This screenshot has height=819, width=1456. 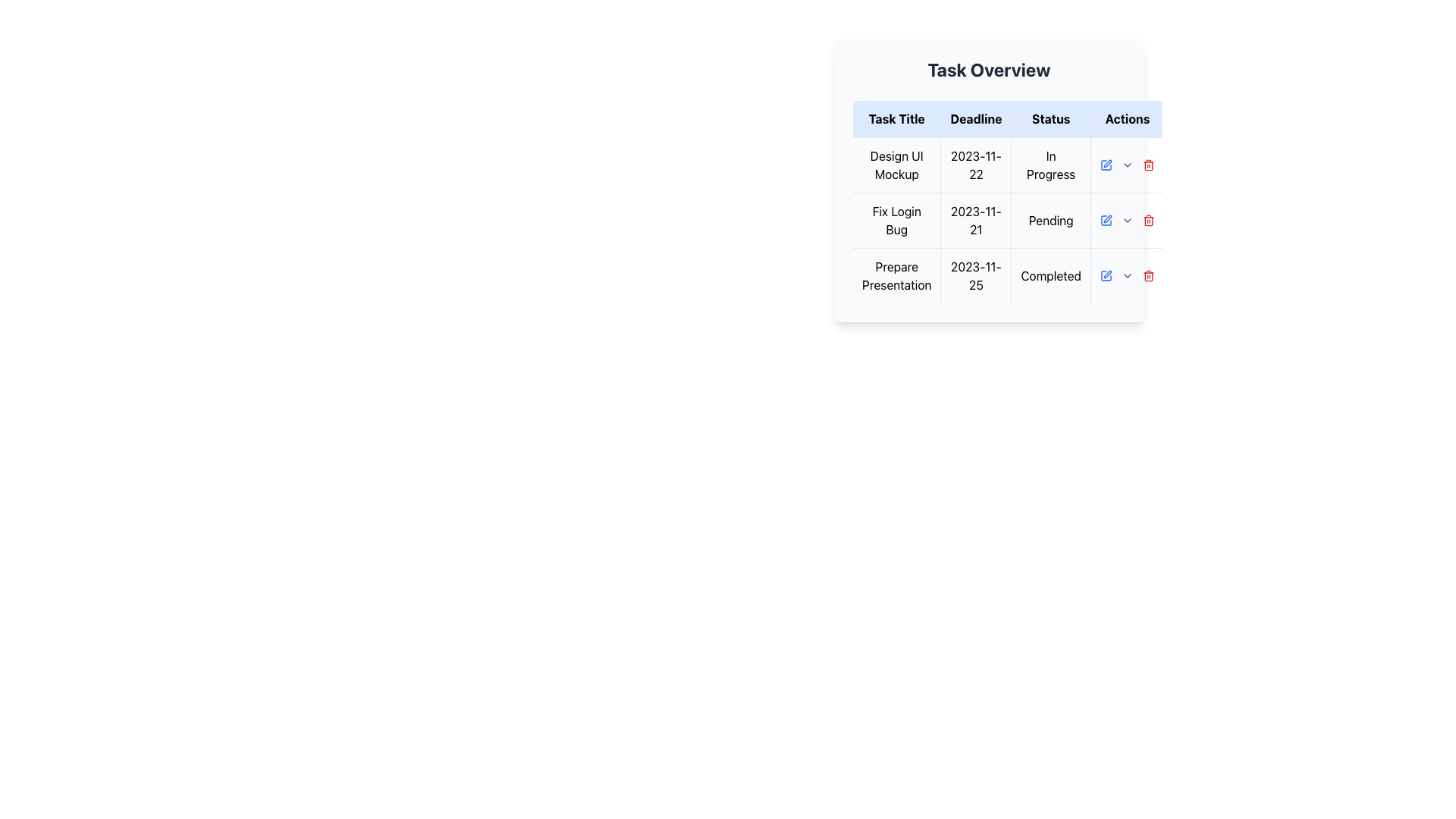 I want to click on the individual icons within the Button Group located in the fourth cell of the 'Fix Login Bug' row in the 'Actions' column, so click(x=1128, y=220).